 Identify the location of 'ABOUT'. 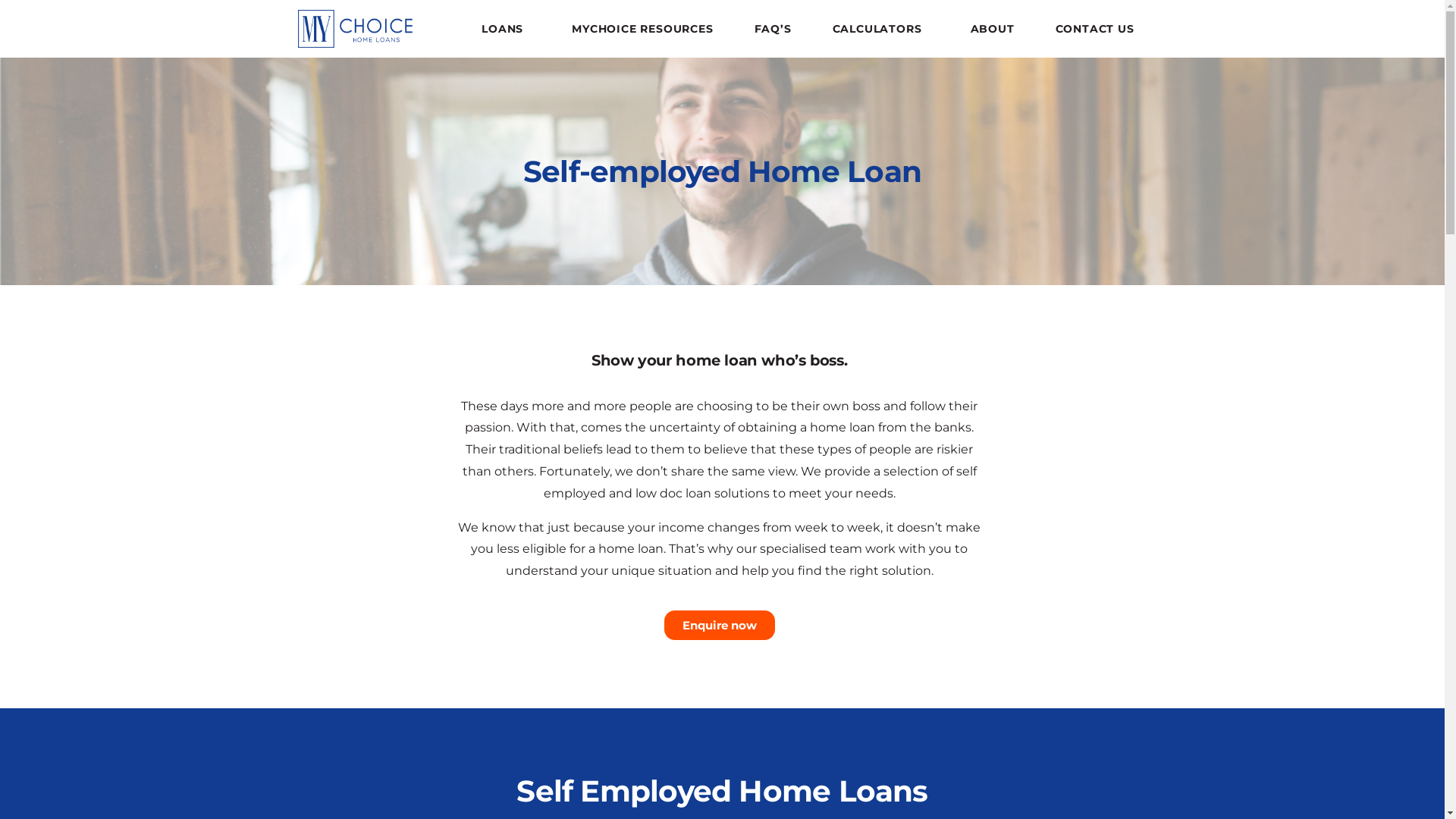
(992, 29).